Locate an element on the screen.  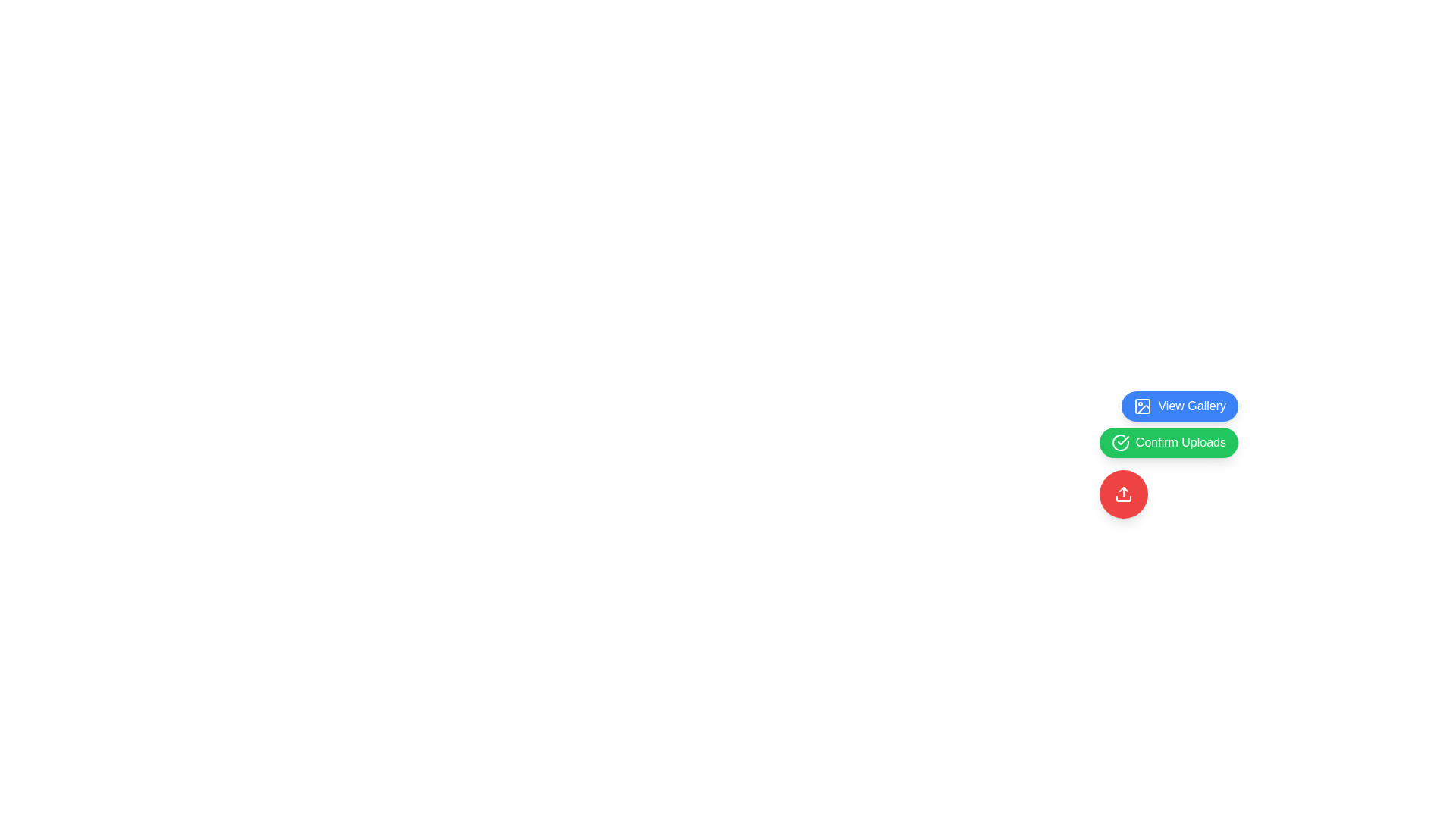
the confirmation icon located to the left of the 'Confirm Uploads' button, which is the middle button in the bottom-right quadrant of the interface is located at coordinates (1120, 442).